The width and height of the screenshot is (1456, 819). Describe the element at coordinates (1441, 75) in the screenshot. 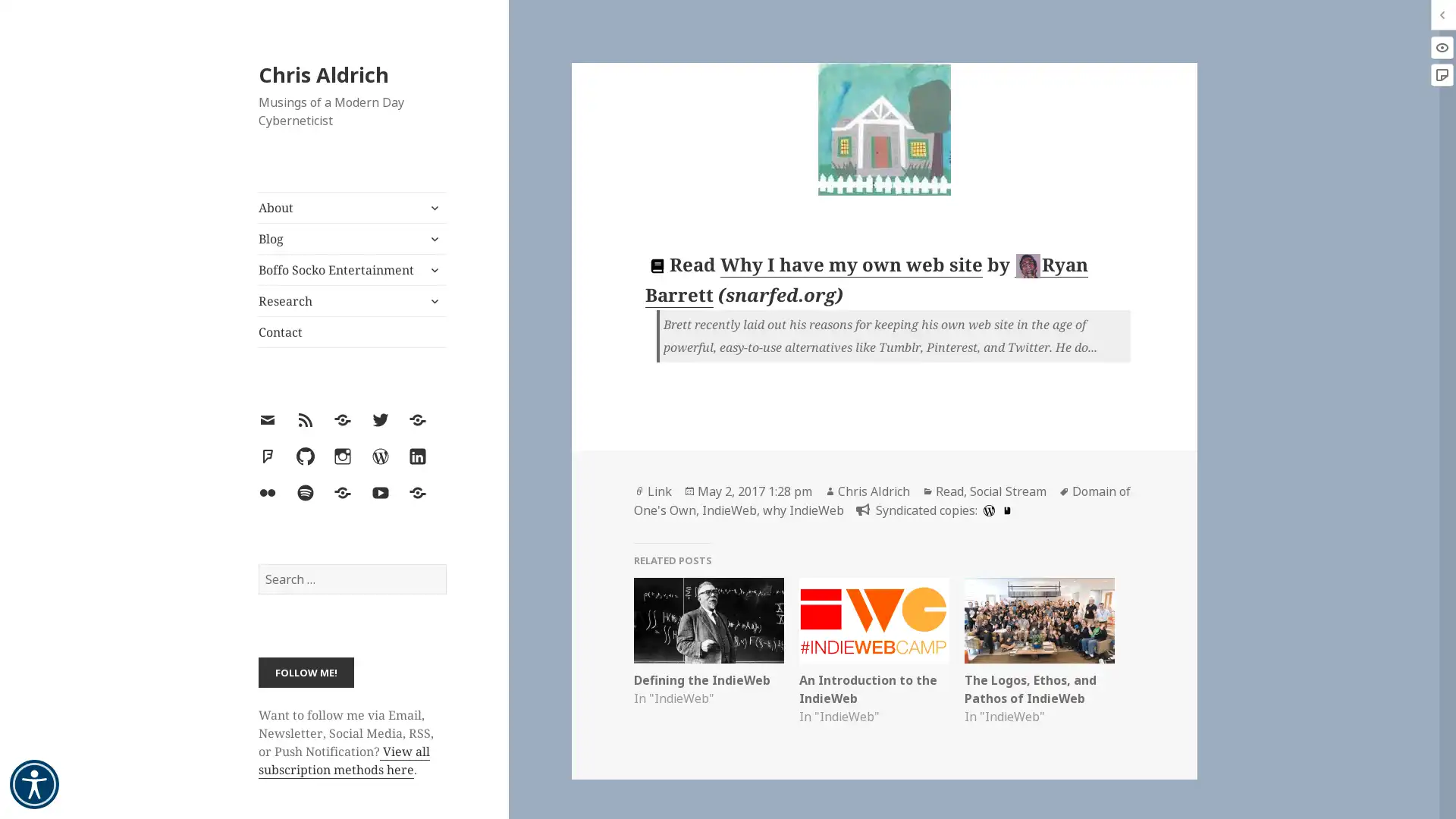

I see `New page note` at that location.